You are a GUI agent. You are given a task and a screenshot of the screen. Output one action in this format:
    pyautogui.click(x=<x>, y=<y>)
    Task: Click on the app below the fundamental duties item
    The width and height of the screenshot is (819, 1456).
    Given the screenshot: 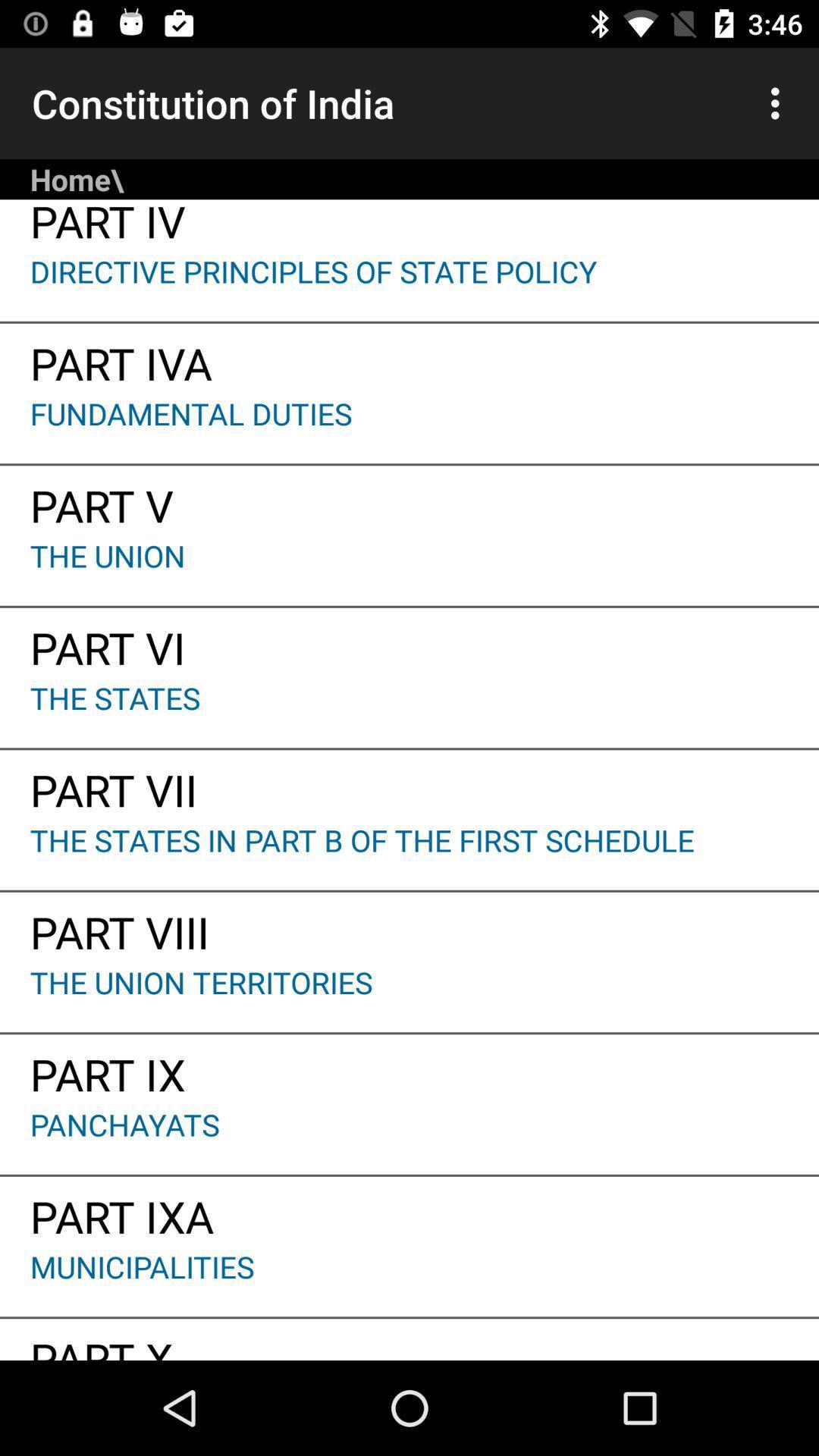 What is the action you would take?
    pyautogui.click(x=409, y=500)
    